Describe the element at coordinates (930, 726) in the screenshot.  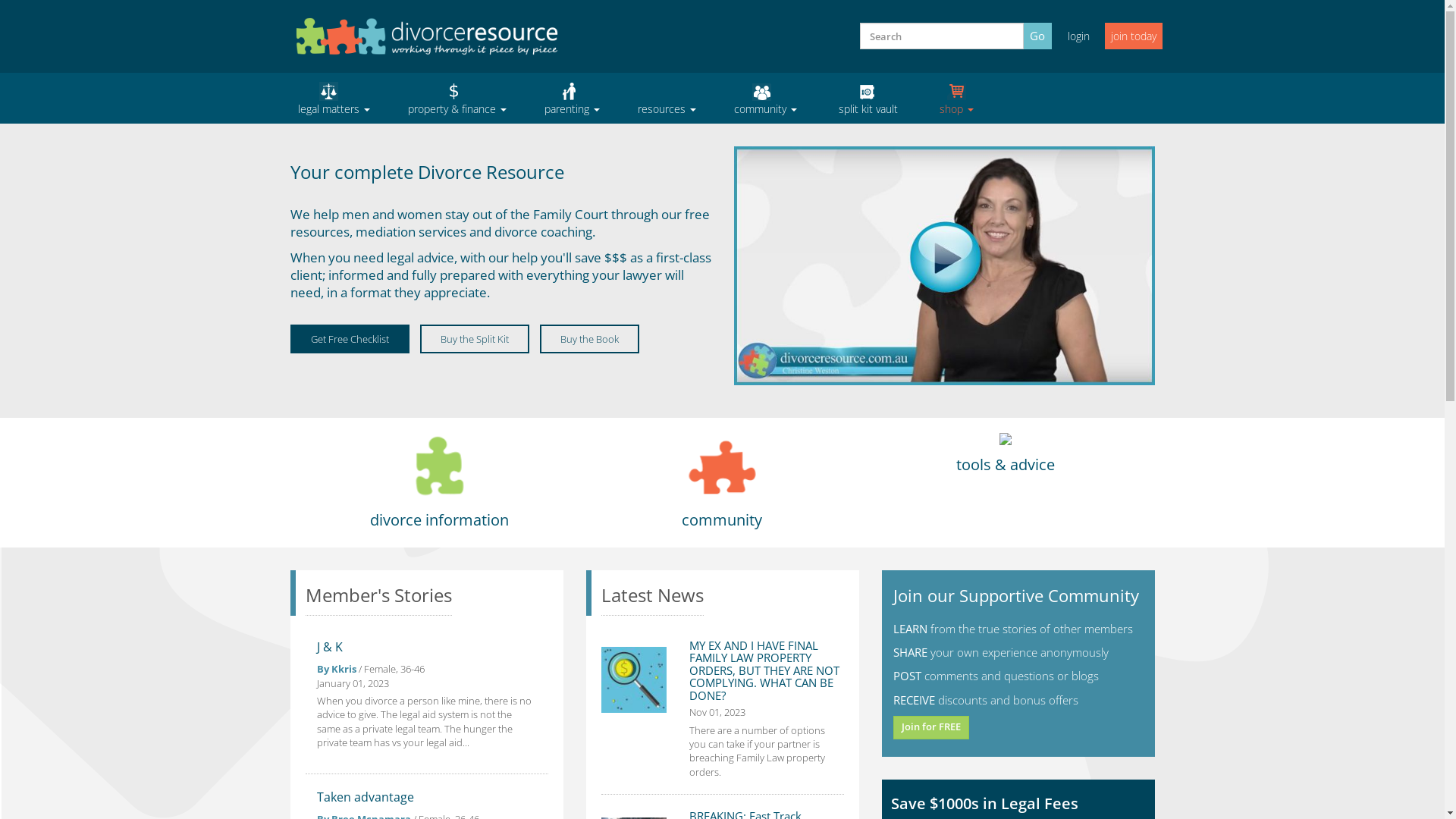
I see `'Join for FREE'` at that location.